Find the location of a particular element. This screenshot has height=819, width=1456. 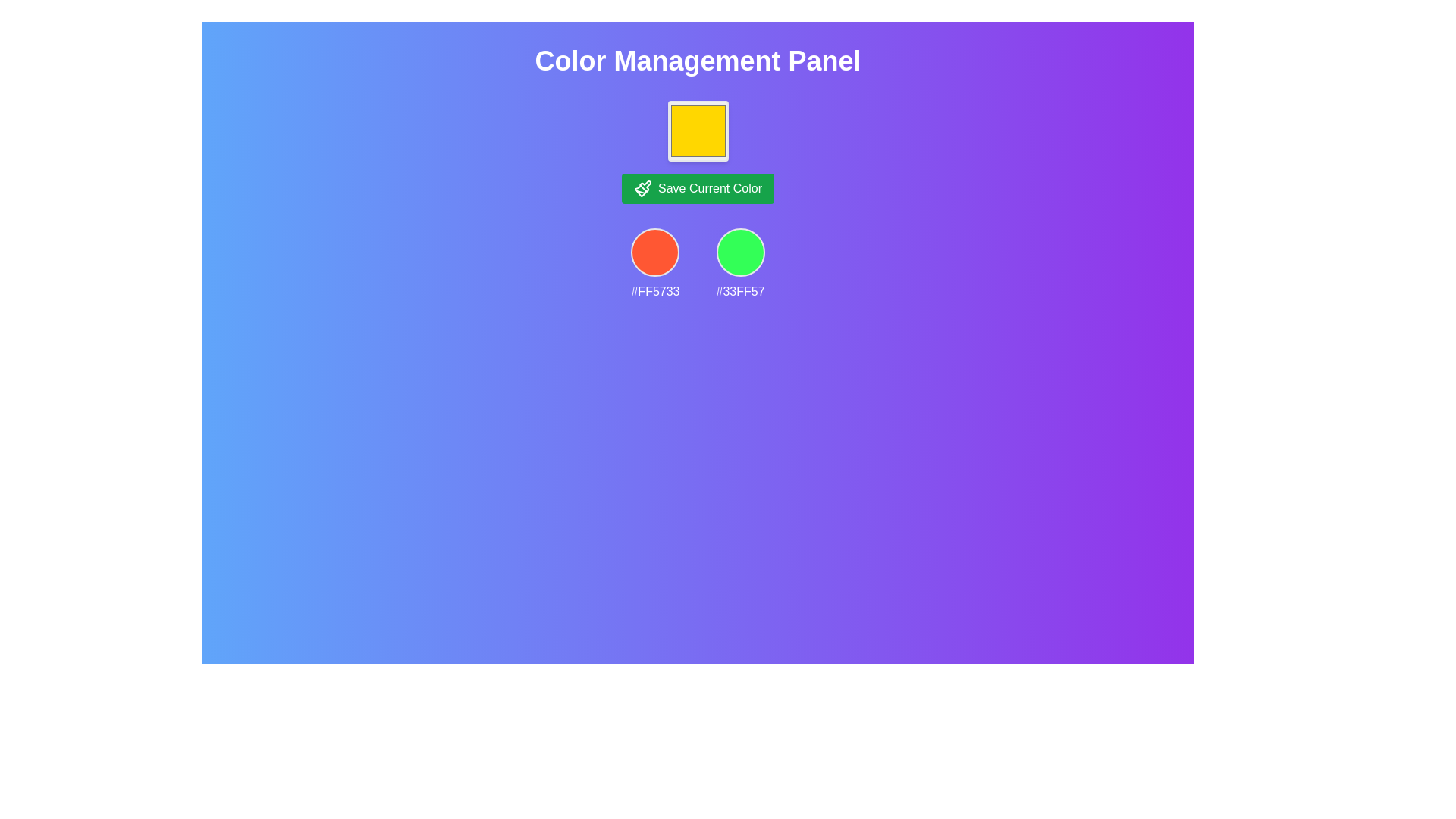

the icon representing the 'Save Current Color' functionality, located to the left of the button labeled 'Save Current Color' is located at coordinates (643, 188).